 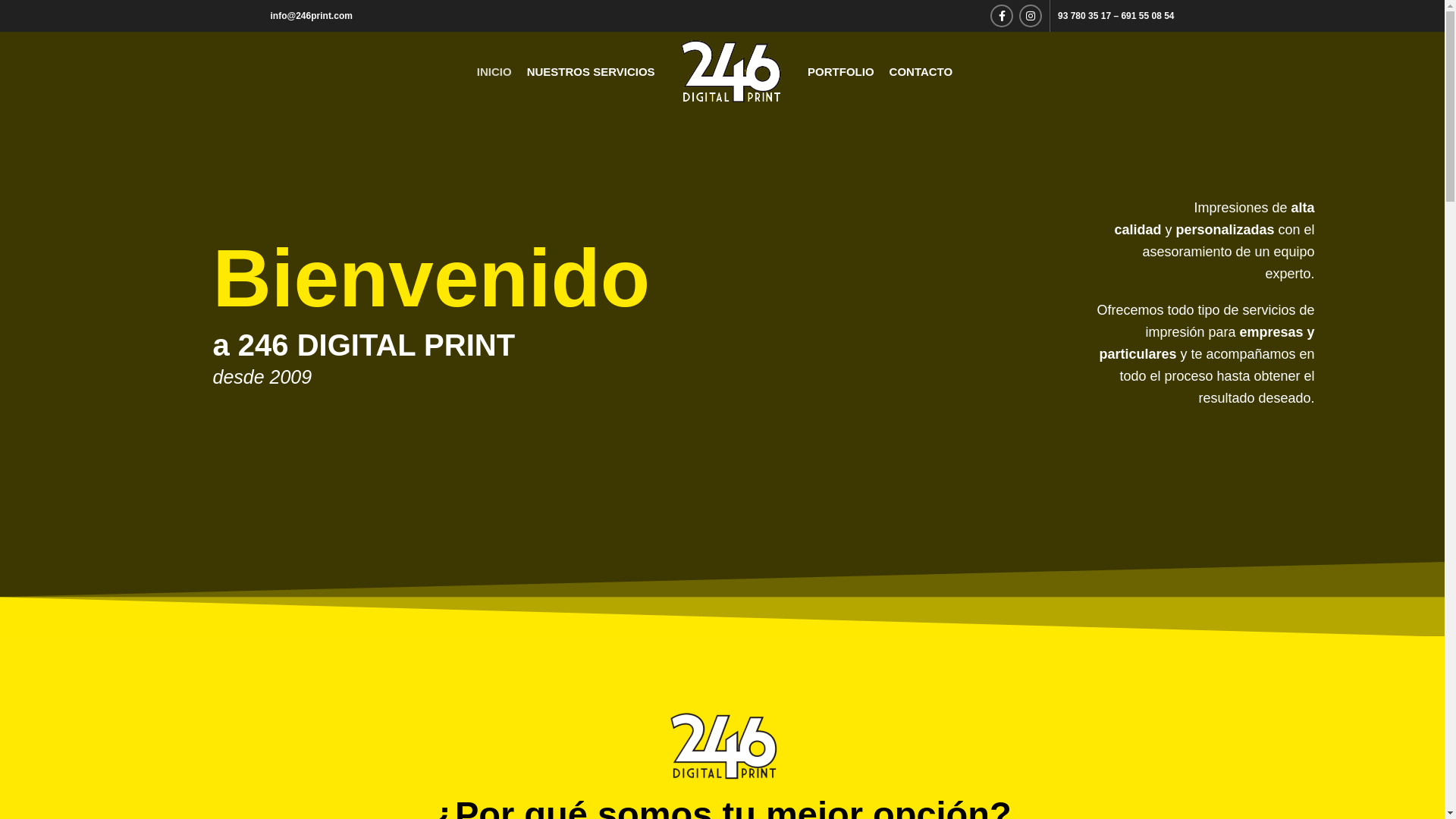 I want to click on 'NUESTROS SERVICIOS', so click(x=590, y=71).